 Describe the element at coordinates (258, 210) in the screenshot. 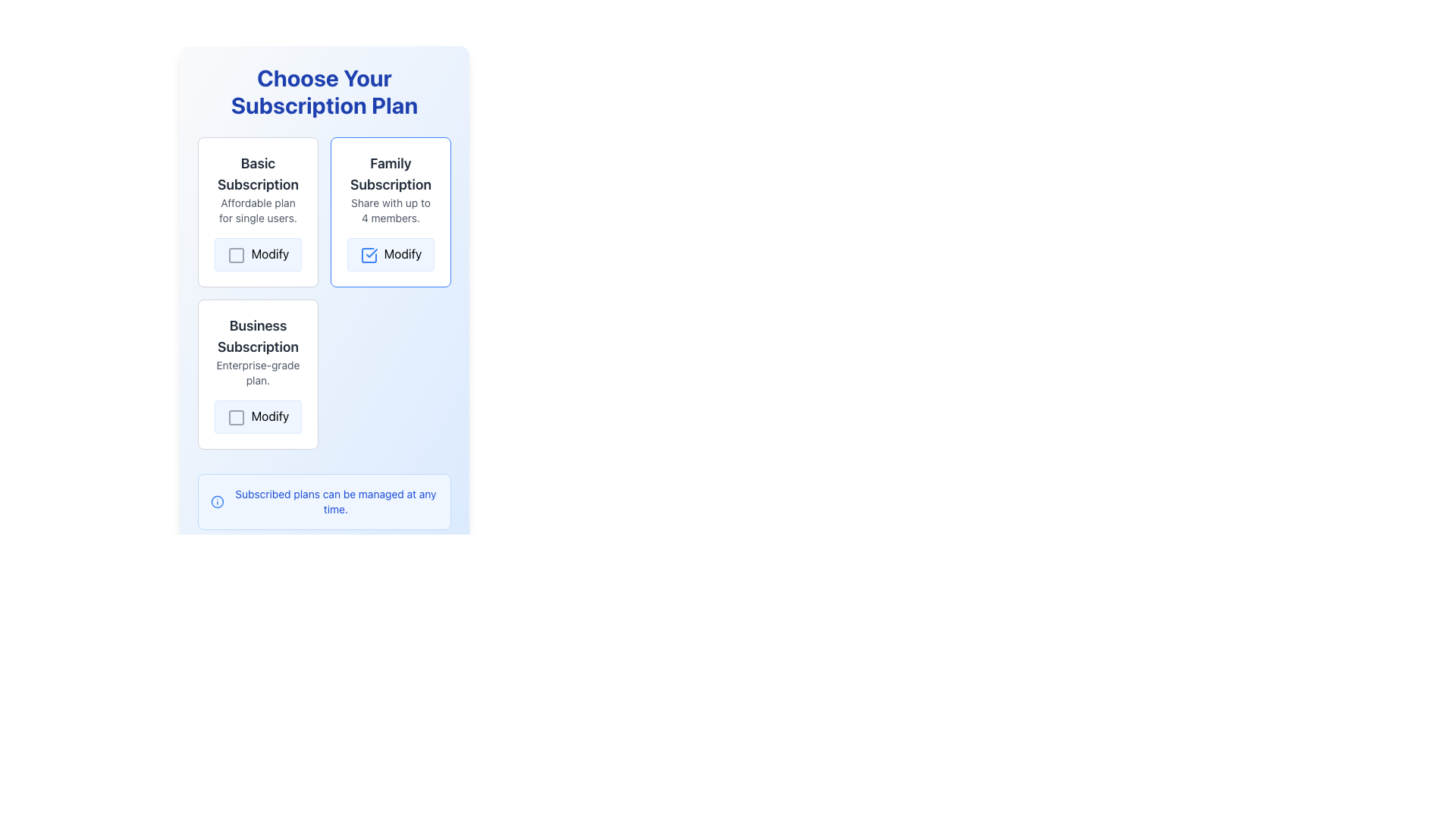

I see `the textual UI component displaying 'Affordable plan for single users.' which is located below the title in the 'Basic Subscription' box` at that location.